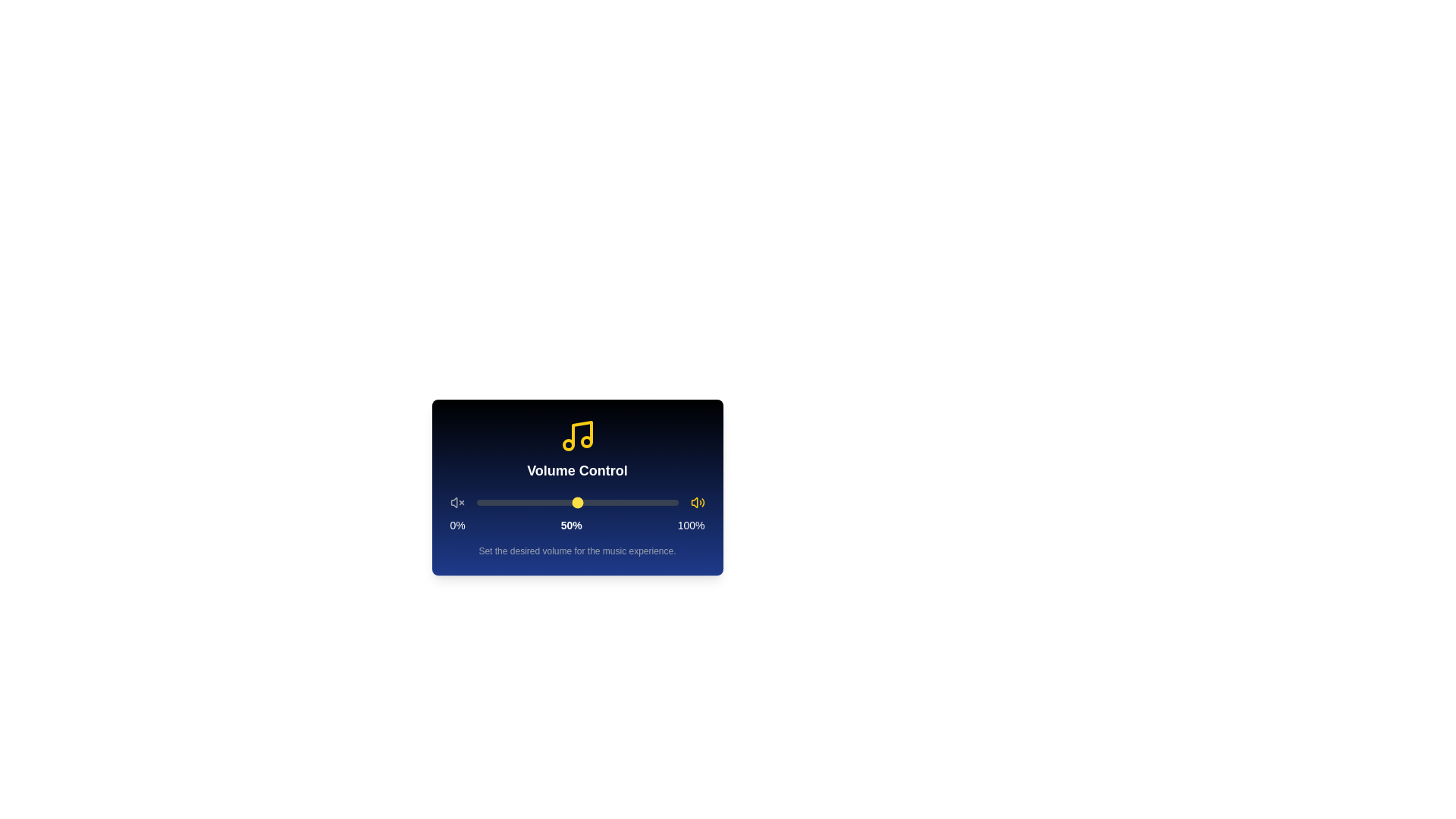 Image resolution: width=1456 pixels, height=819 pixels. I want to click on the volume slider to 6%, so click(488, 503).